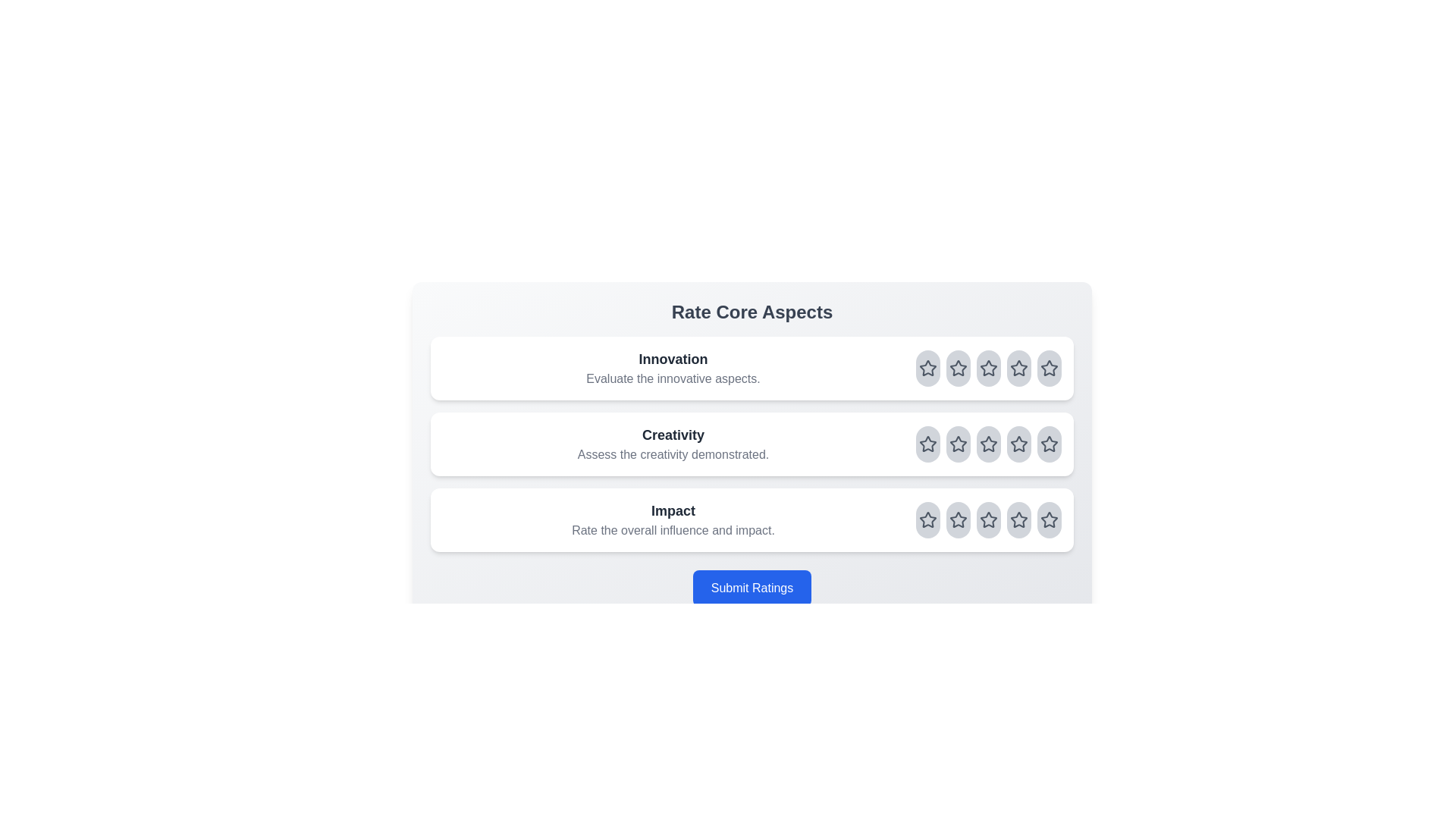 Image resolution: width=1456 pixels, height=819 pixels. What do you see at coordinates (989, 444) in the screenshot?
I see `the rating for the aspect Creativity to 3 stars by clicking on the corresponding star` at bounding box center [989, 444].